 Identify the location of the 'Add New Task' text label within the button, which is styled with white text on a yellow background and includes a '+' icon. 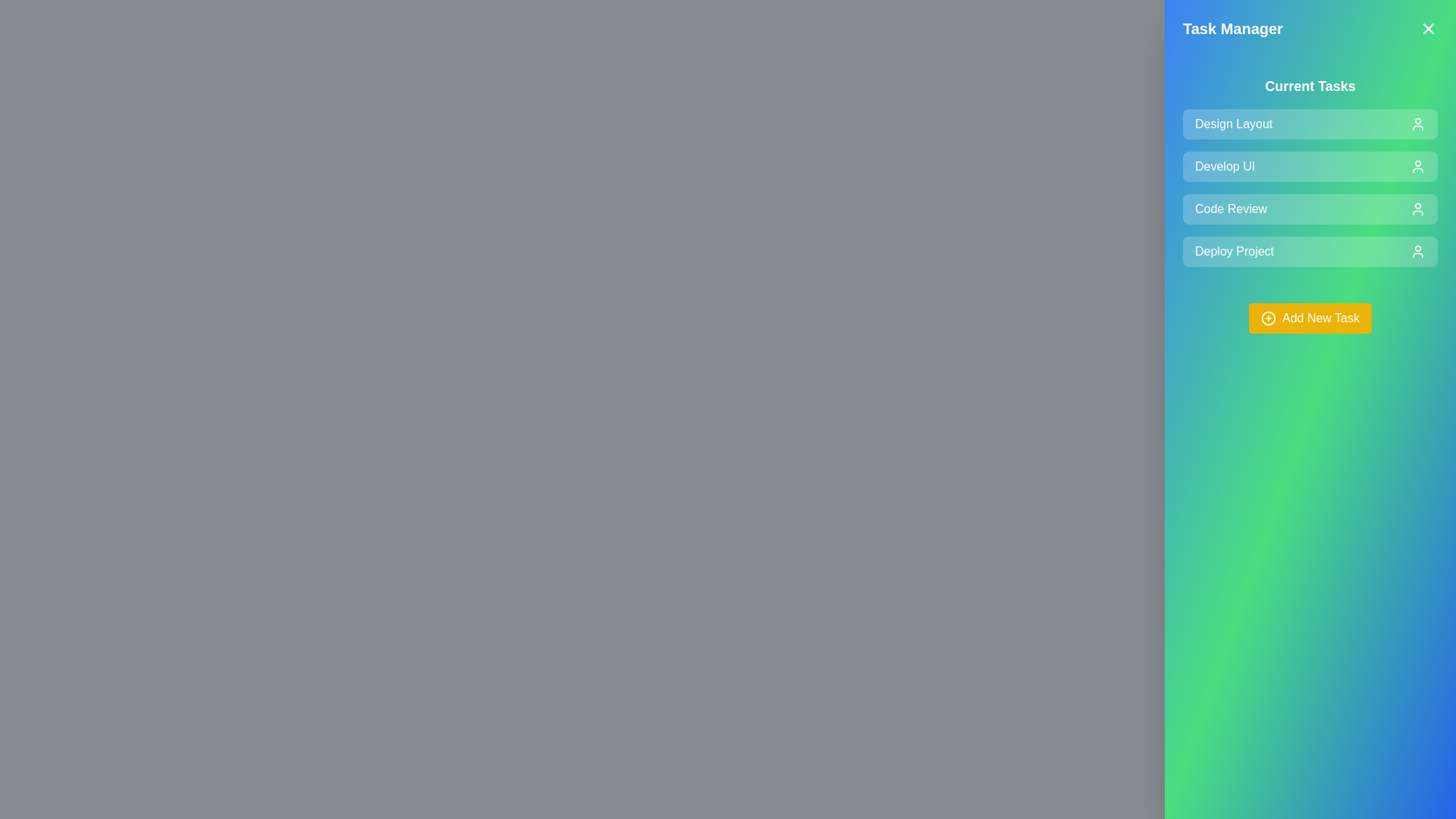
(1320, 318).